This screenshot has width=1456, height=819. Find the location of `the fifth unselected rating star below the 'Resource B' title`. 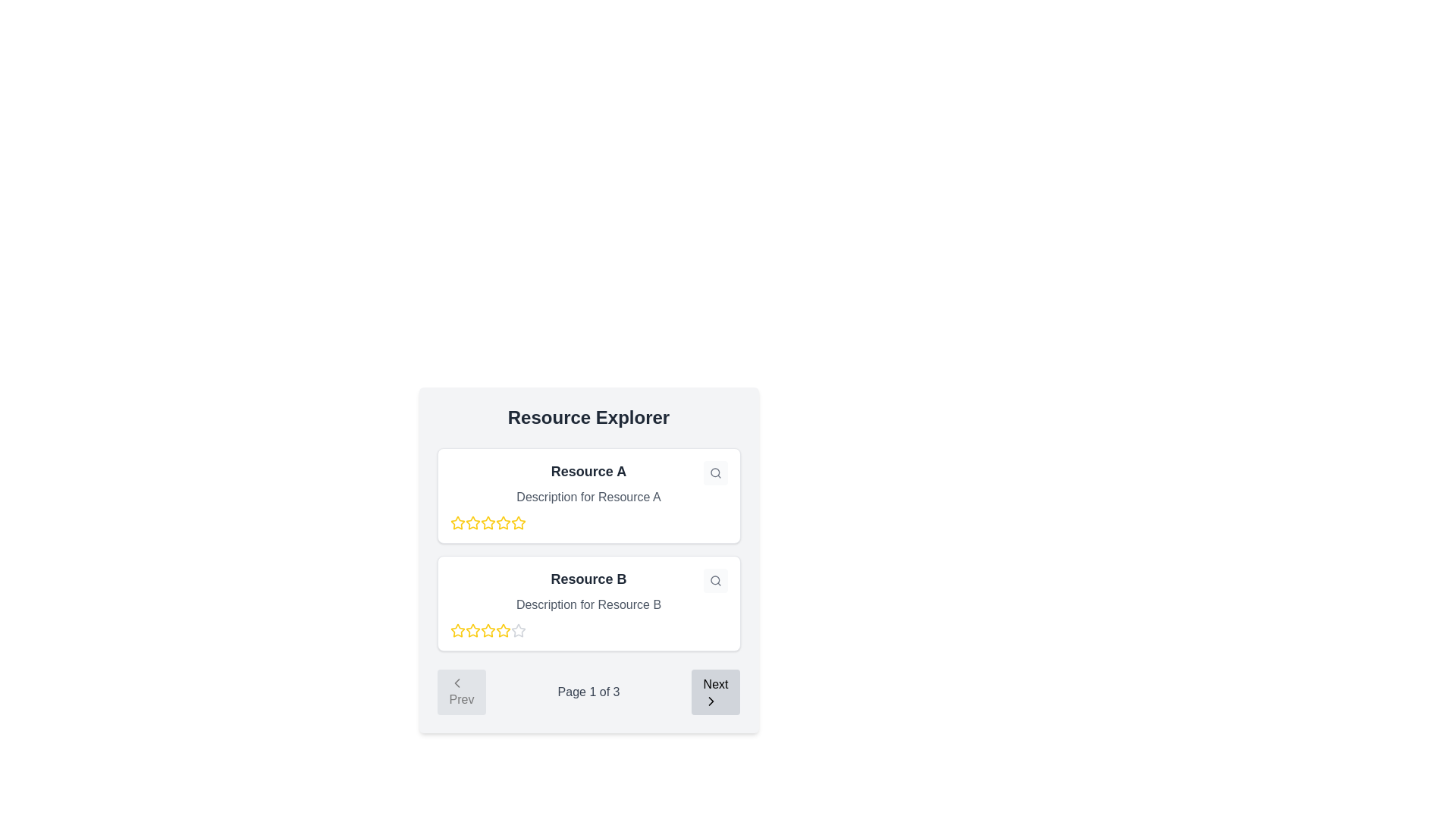

the fifth unselected rating star below the 'Resource B' title is located at coordinates (518, 631).